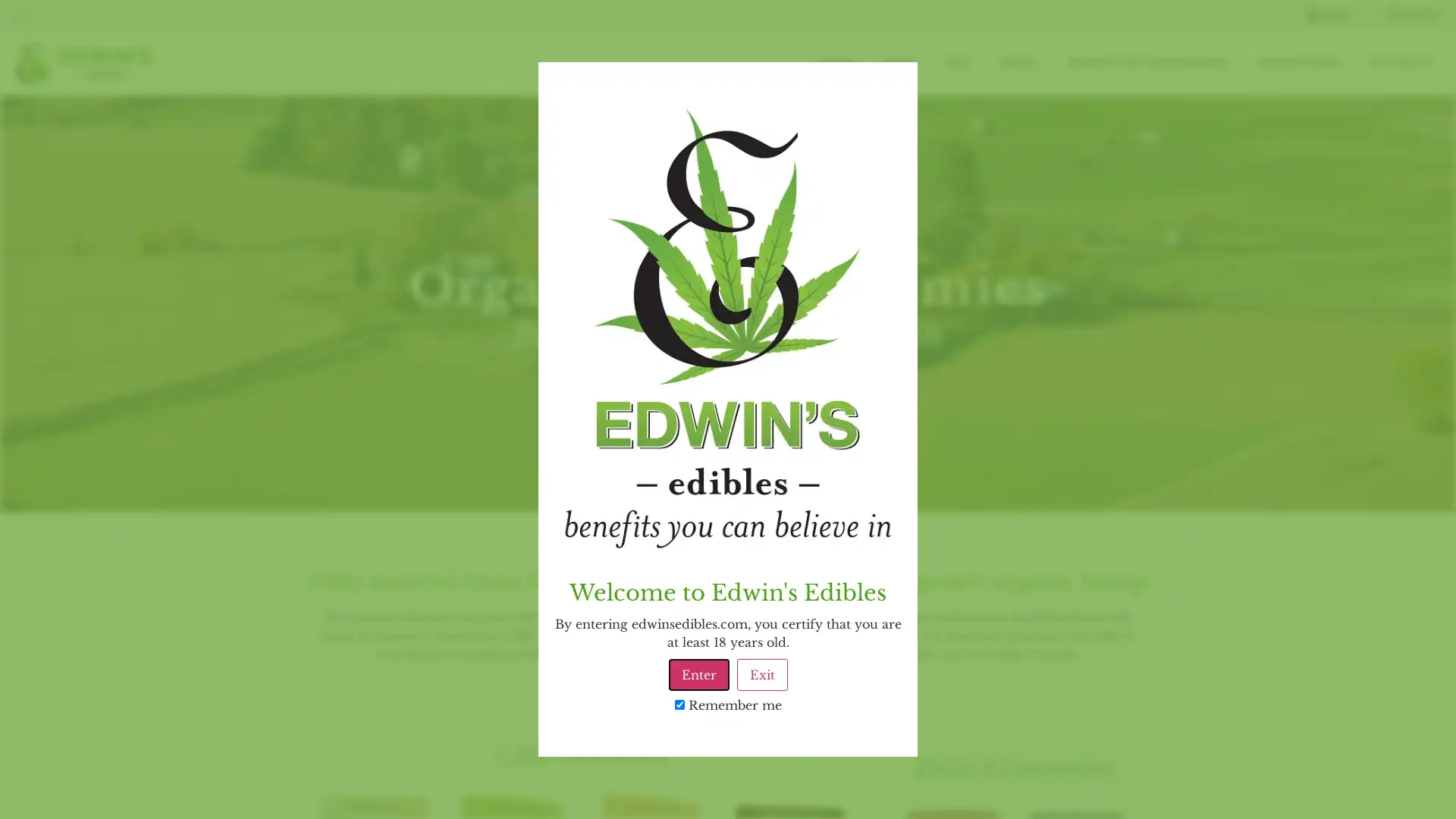 This screenshot has height=819, width=1456. Describe the element at coordinates (698, 674) in the screenshot. I see `Enter` at that location.